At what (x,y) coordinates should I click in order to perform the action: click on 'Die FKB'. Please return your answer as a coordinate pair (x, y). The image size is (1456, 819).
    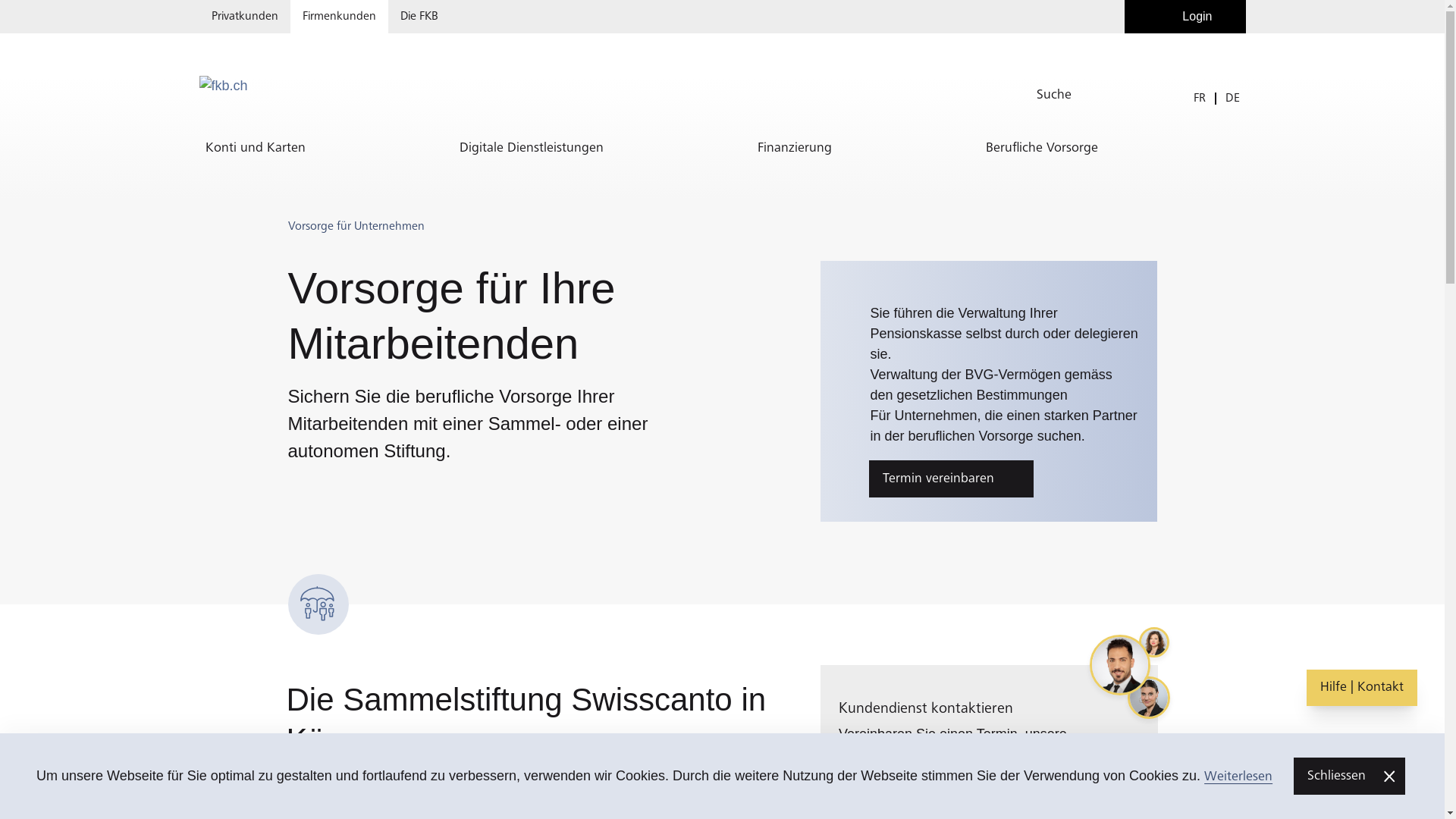
    Looking at the image, I should click on (419, 17).